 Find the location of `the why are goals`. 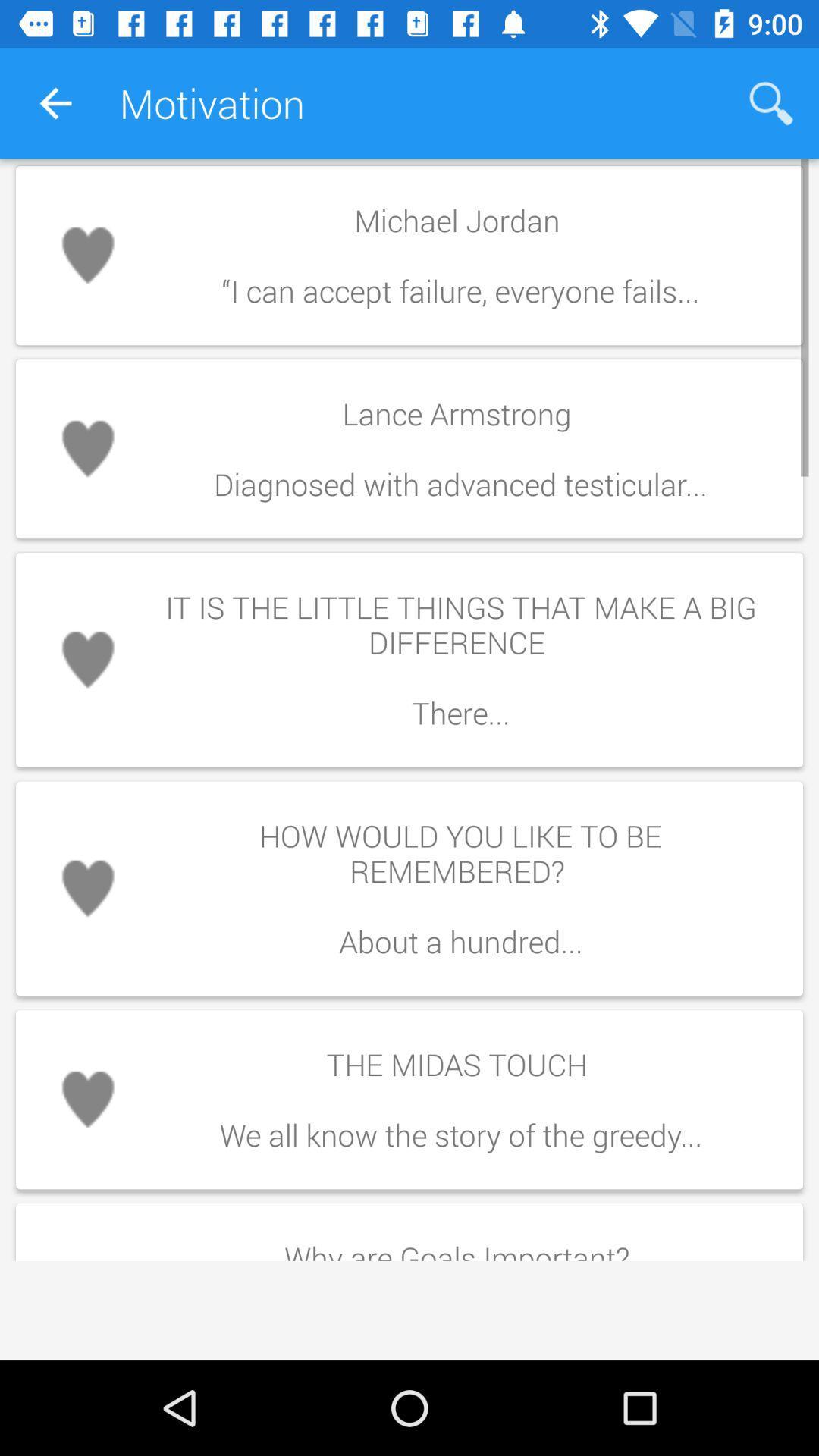

the why are goals is located at coordinates (460, 1244).